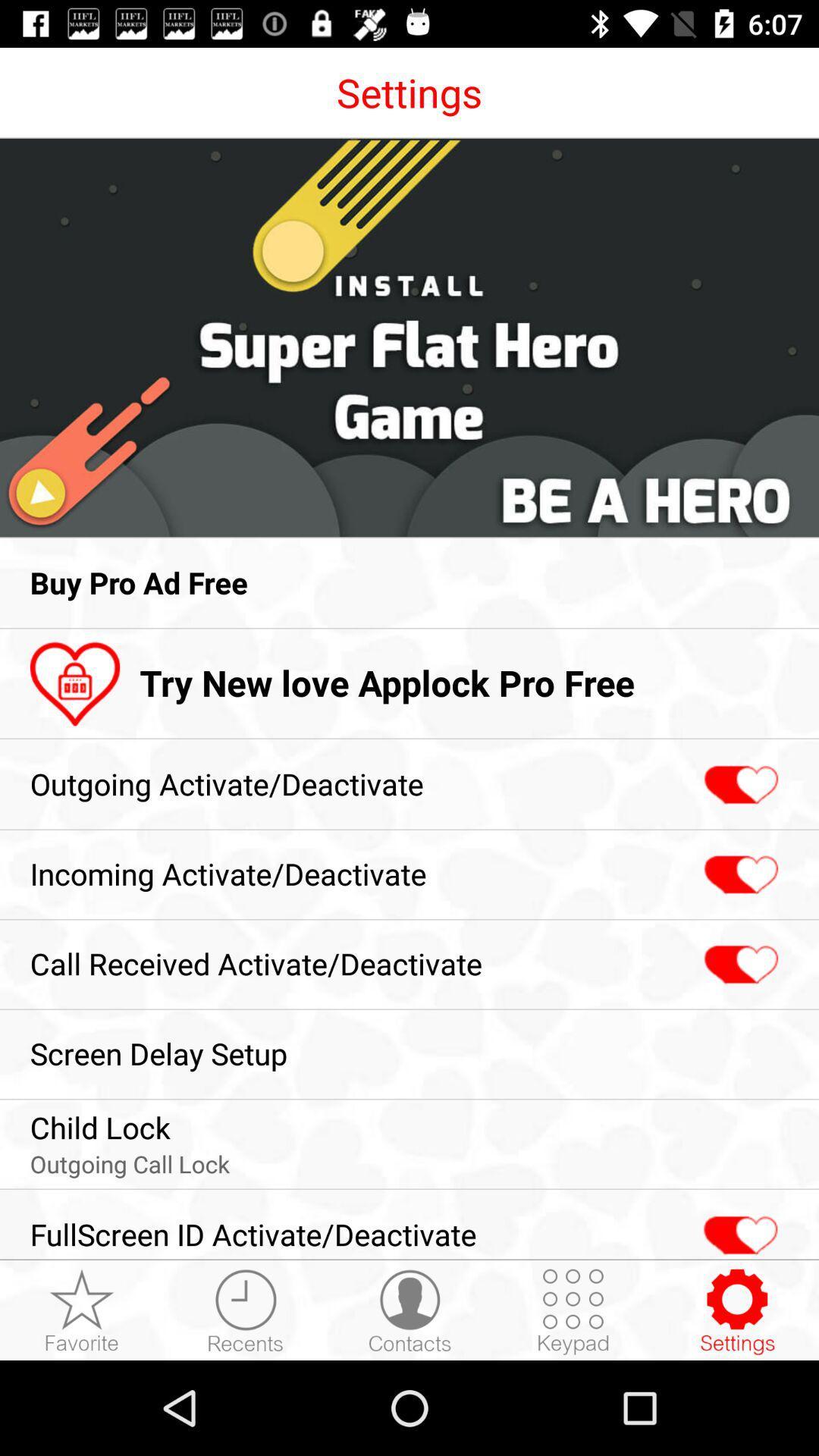 This screenshot has height=1456, width=819. What do you see at coordinates (739, 964) in the screenshot?
I see `the favorite icon` at bounding box center [739, 964].